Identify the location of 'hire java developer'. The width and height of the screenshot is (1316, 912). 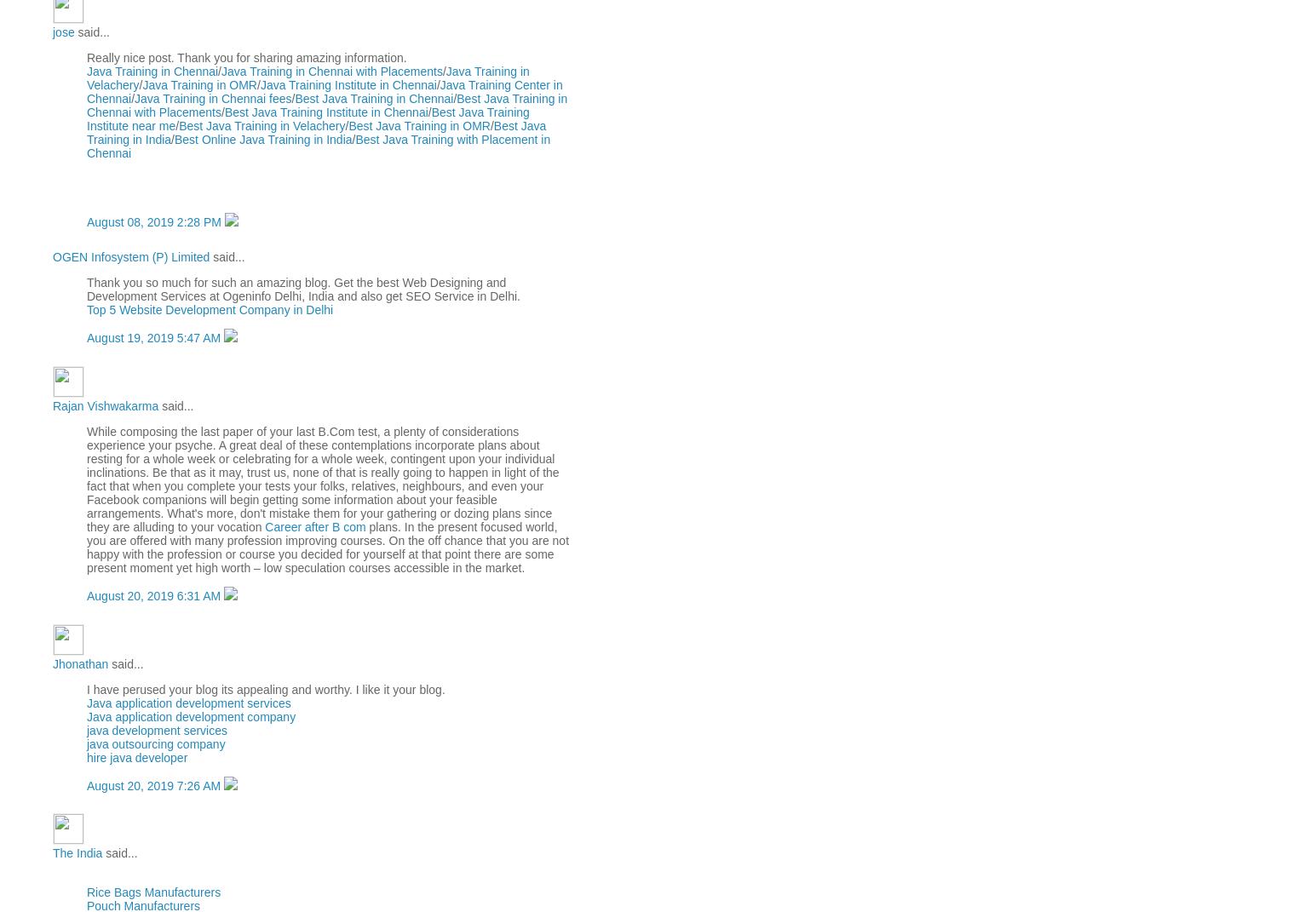
(85, 757).